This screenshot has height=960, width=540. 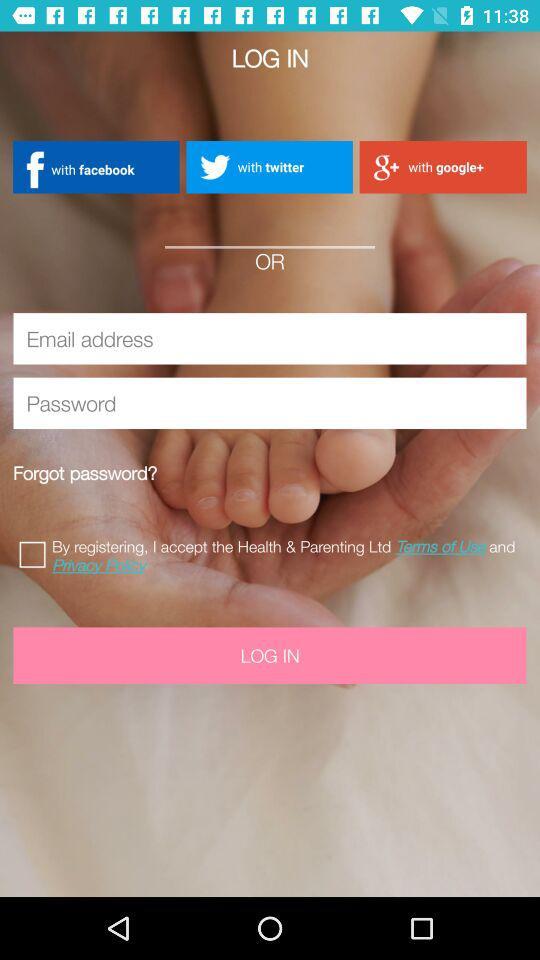 What do you see at coordinates (36, 552) in the screenshot?
I see `check box agree` at bounding box center [36, 552].